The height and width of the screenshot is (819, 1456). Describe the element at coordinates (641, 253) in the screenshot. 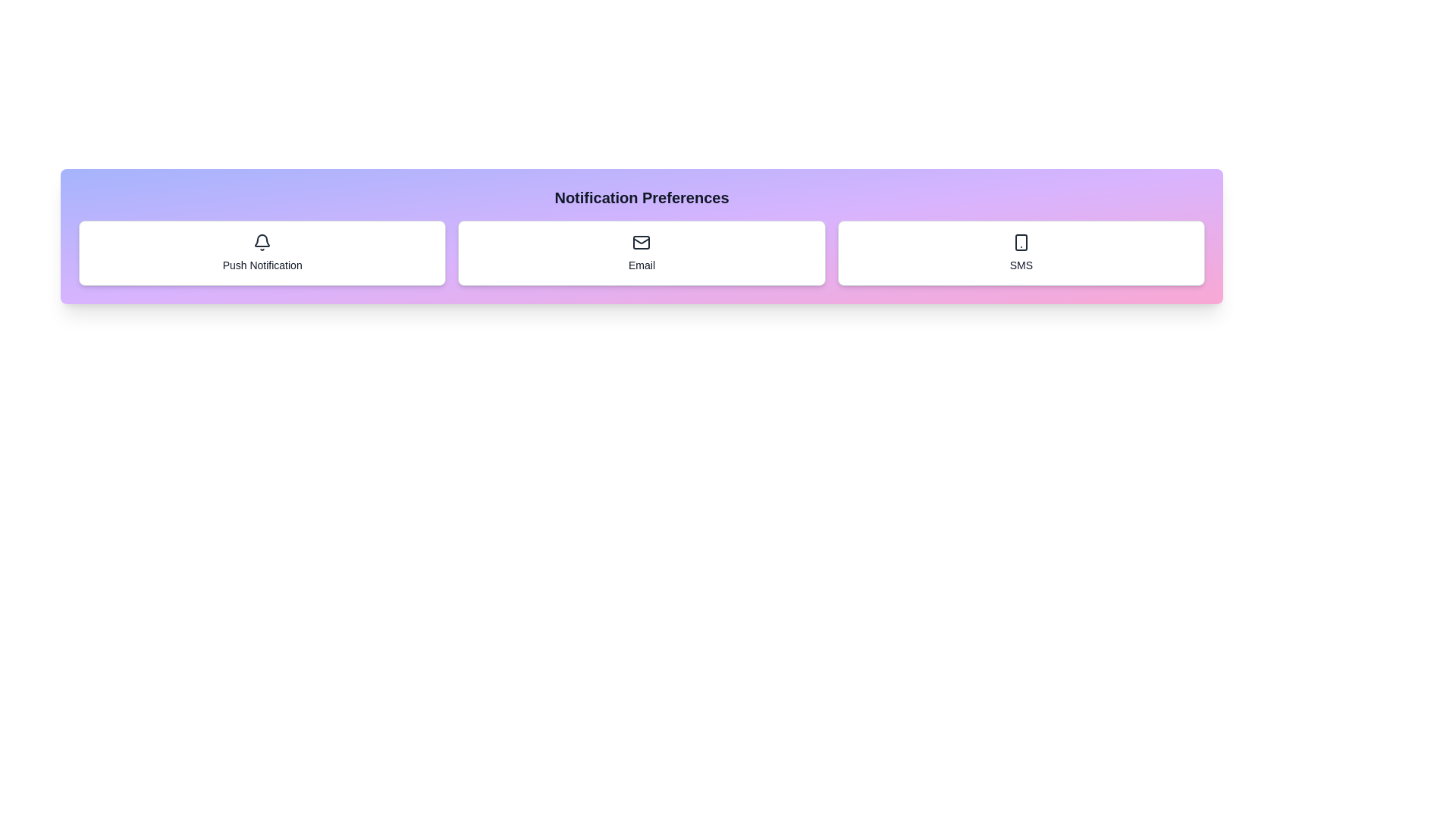

I see `the notification button labeled Email` at that location.